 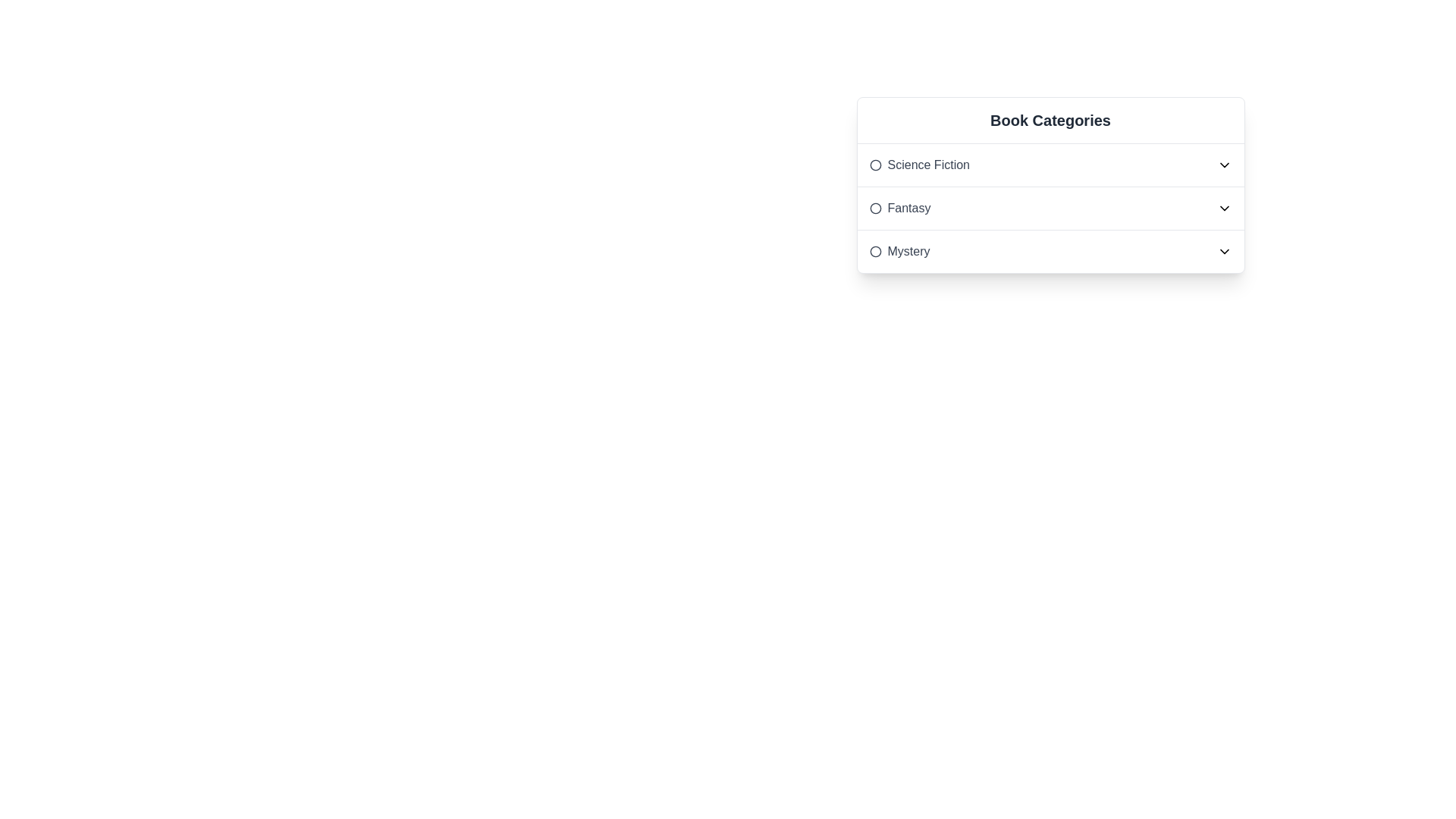 What do you see at coordinates (875, 208) in the screenshot?
I see `the radio button` at bounding box center [875, 208].